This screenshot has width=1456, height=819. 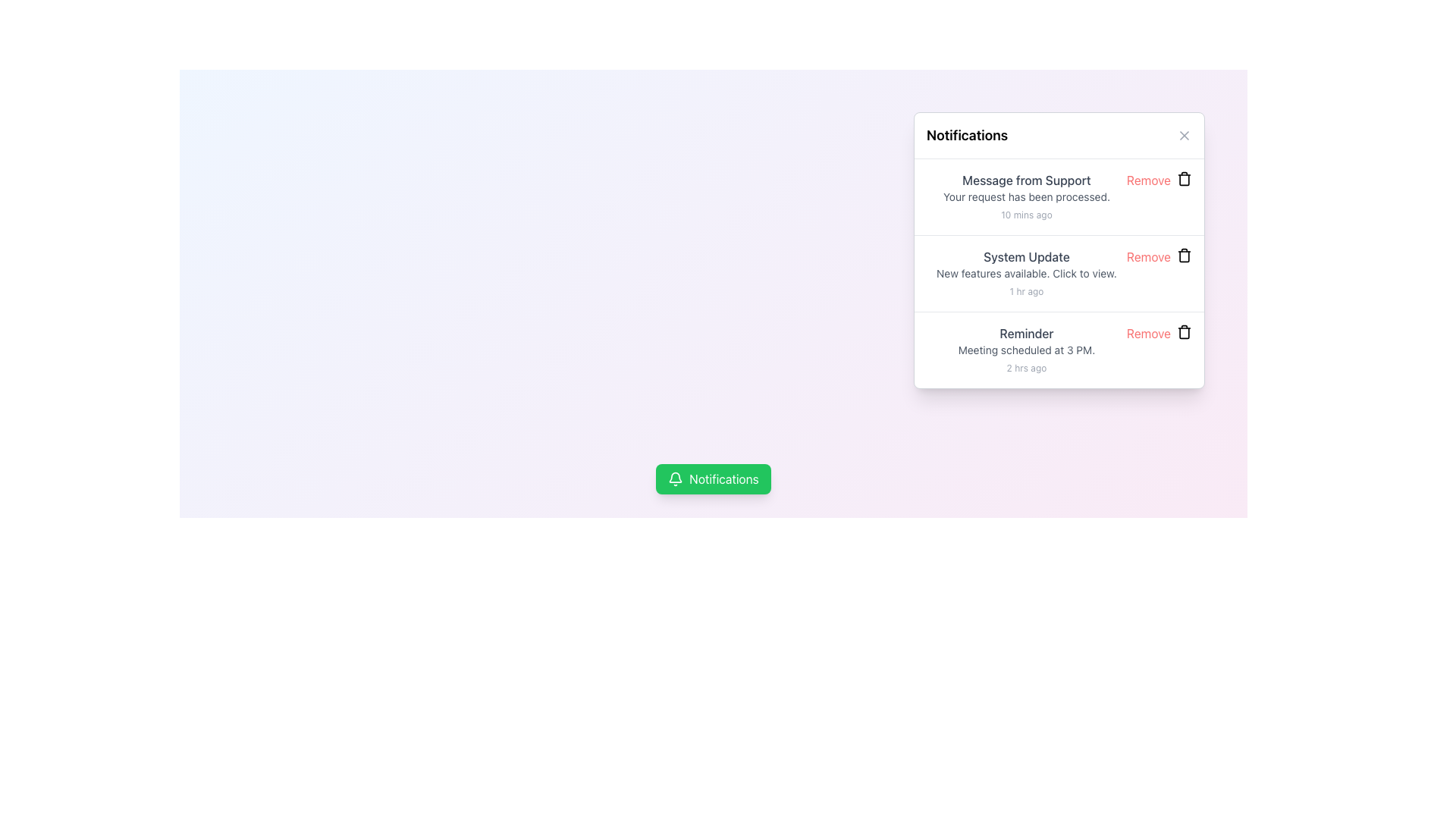 I want to click on the close icon of the notification widget, which is part of an 'X' icon located in the top-right corner, so click(x=1183, y=134).